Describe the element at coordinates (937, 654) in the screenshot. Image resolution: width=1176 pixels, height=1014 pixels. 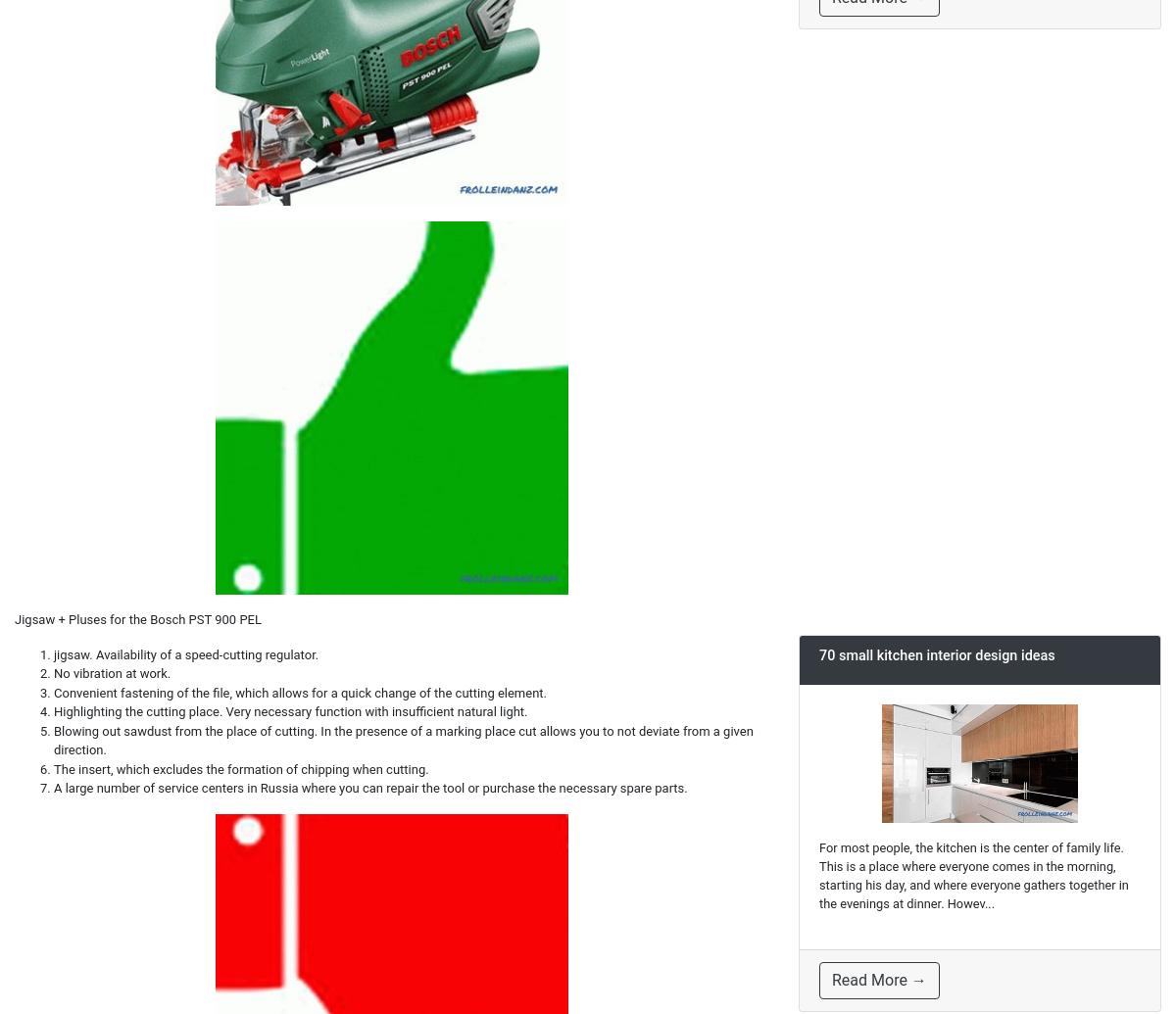
I see `'70 small kitchen interior design ideas'` at that location.